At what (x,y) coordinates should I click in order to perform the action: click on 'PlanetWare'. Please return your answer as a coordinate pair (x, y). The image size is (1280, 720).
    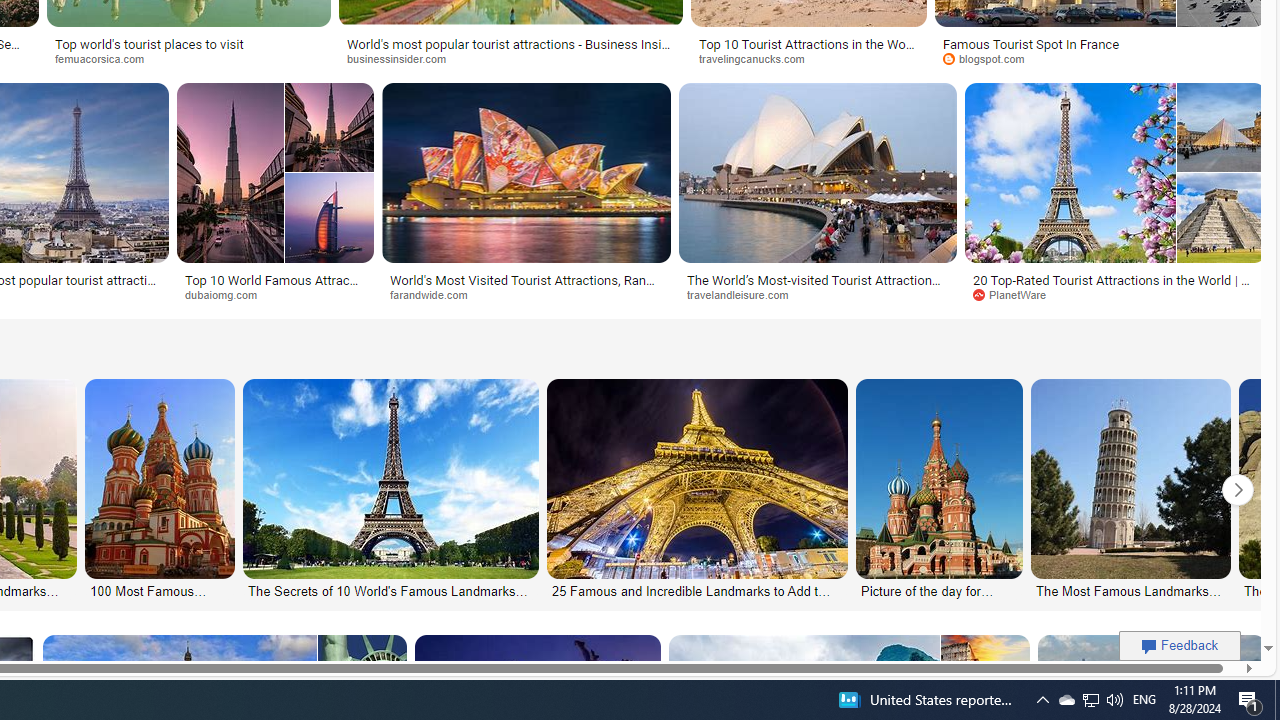
    Looking at the image, I should click on (1016, 294).